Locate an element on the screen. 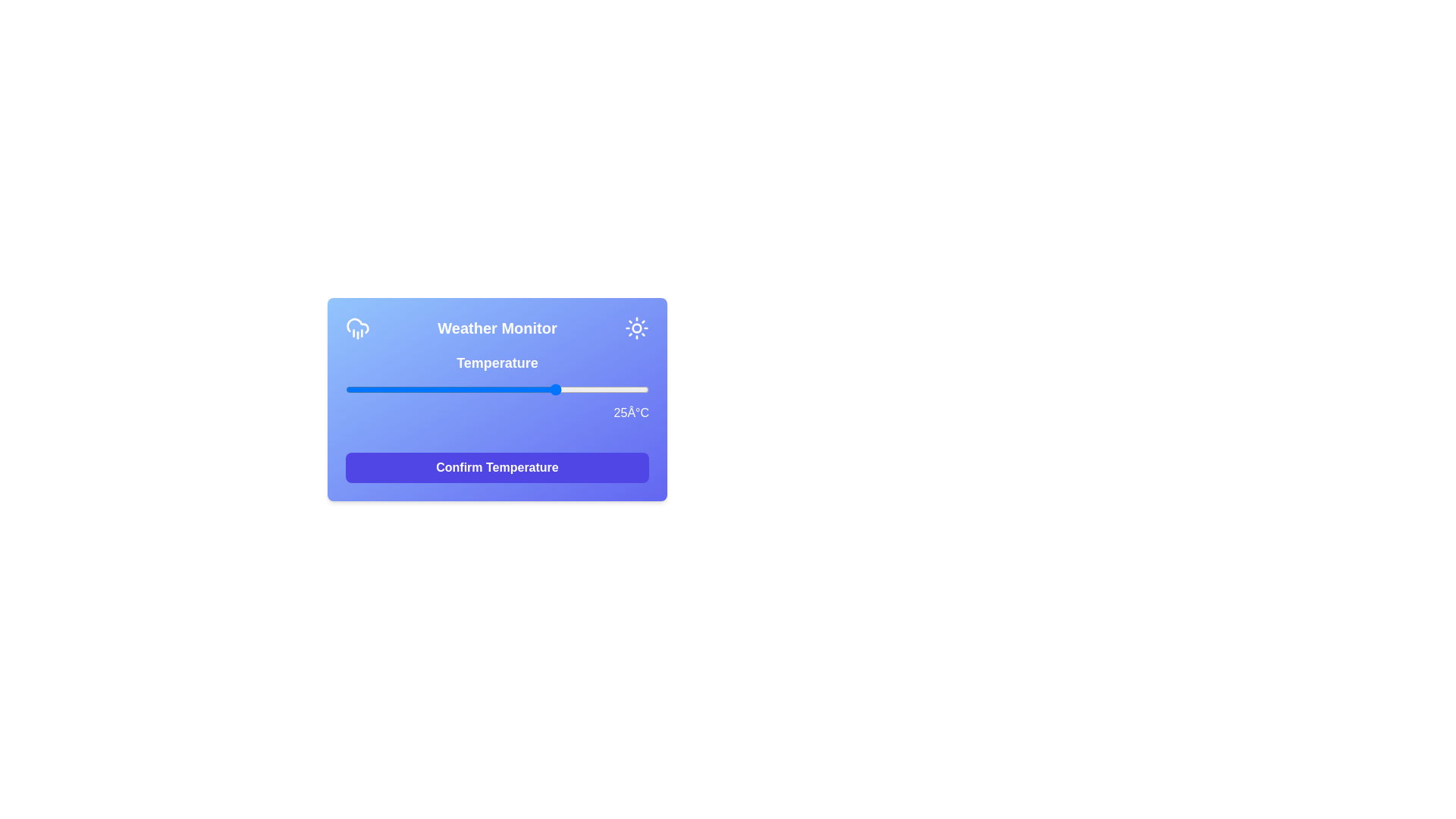  the temperature is located at coordinates (510, 388).